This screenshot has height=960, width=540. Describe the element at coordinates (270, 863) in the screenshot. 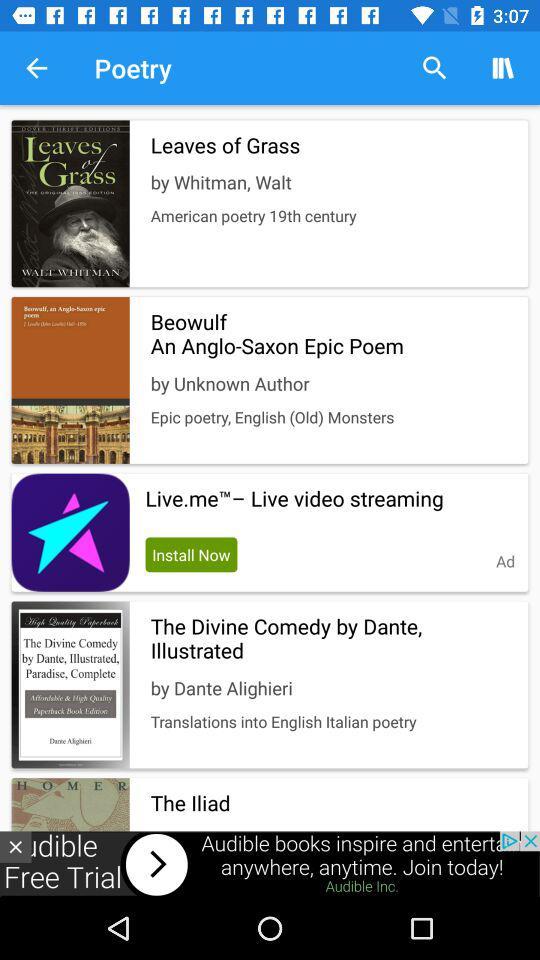

I see `click on the advertisement` at that location.